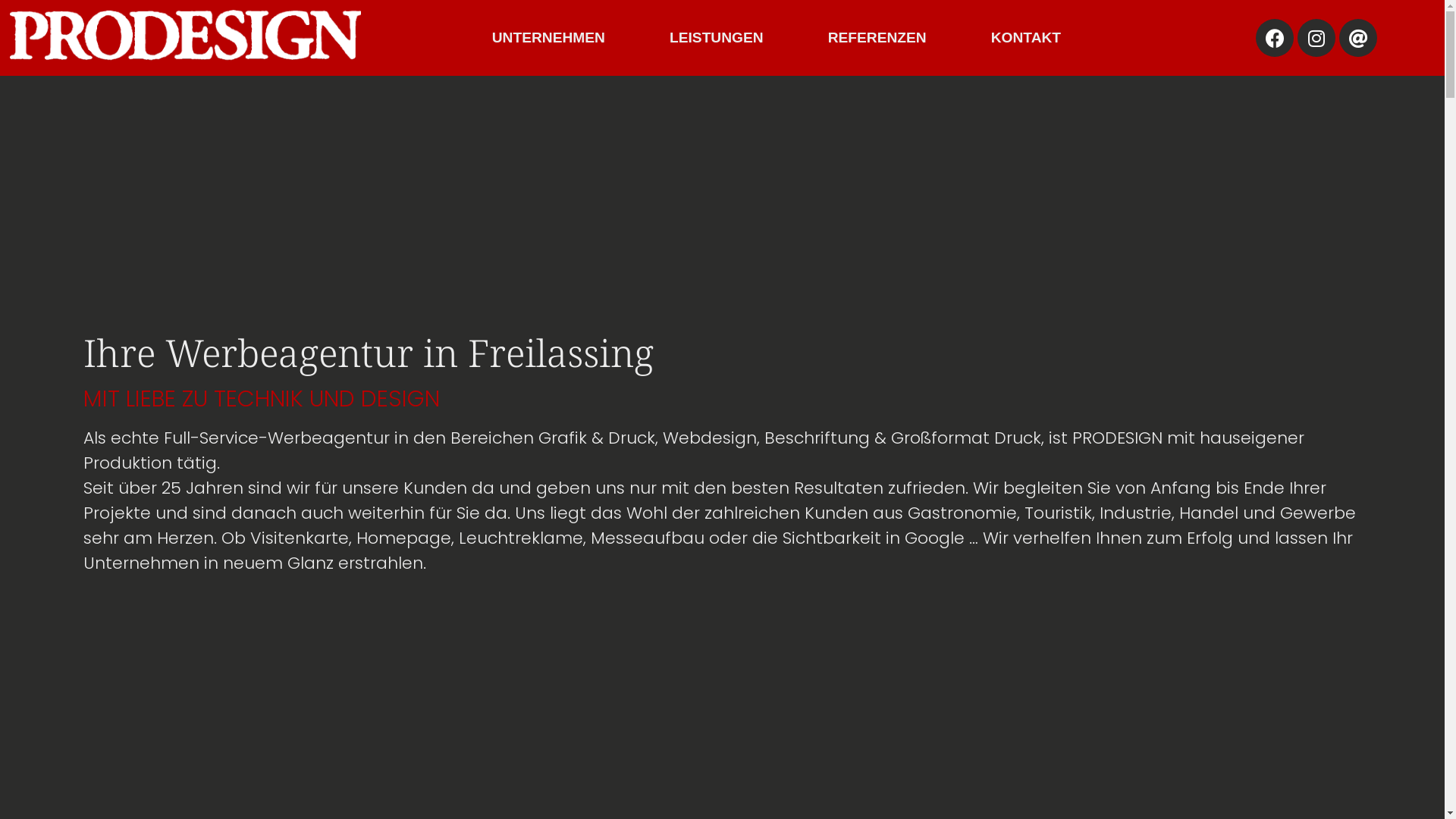 The height and width of the screenshot is (819, 1456). What do you see at coordinates (975, 37) in the screenshot?
I see `'KONTAKT'` at bounding box center [975, 37].